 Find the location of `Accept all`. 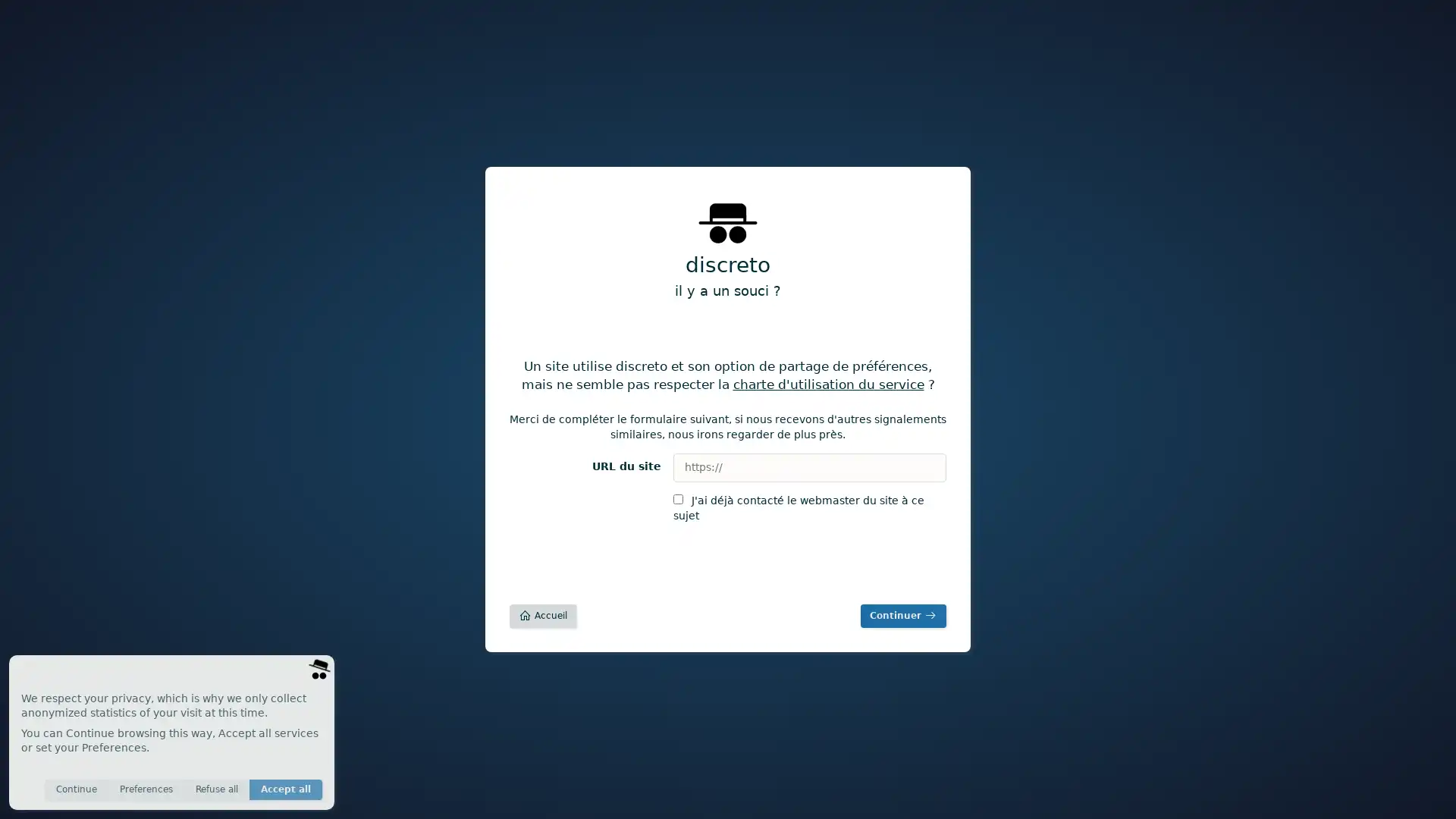

Accept all is located at coordinates (286, 789).